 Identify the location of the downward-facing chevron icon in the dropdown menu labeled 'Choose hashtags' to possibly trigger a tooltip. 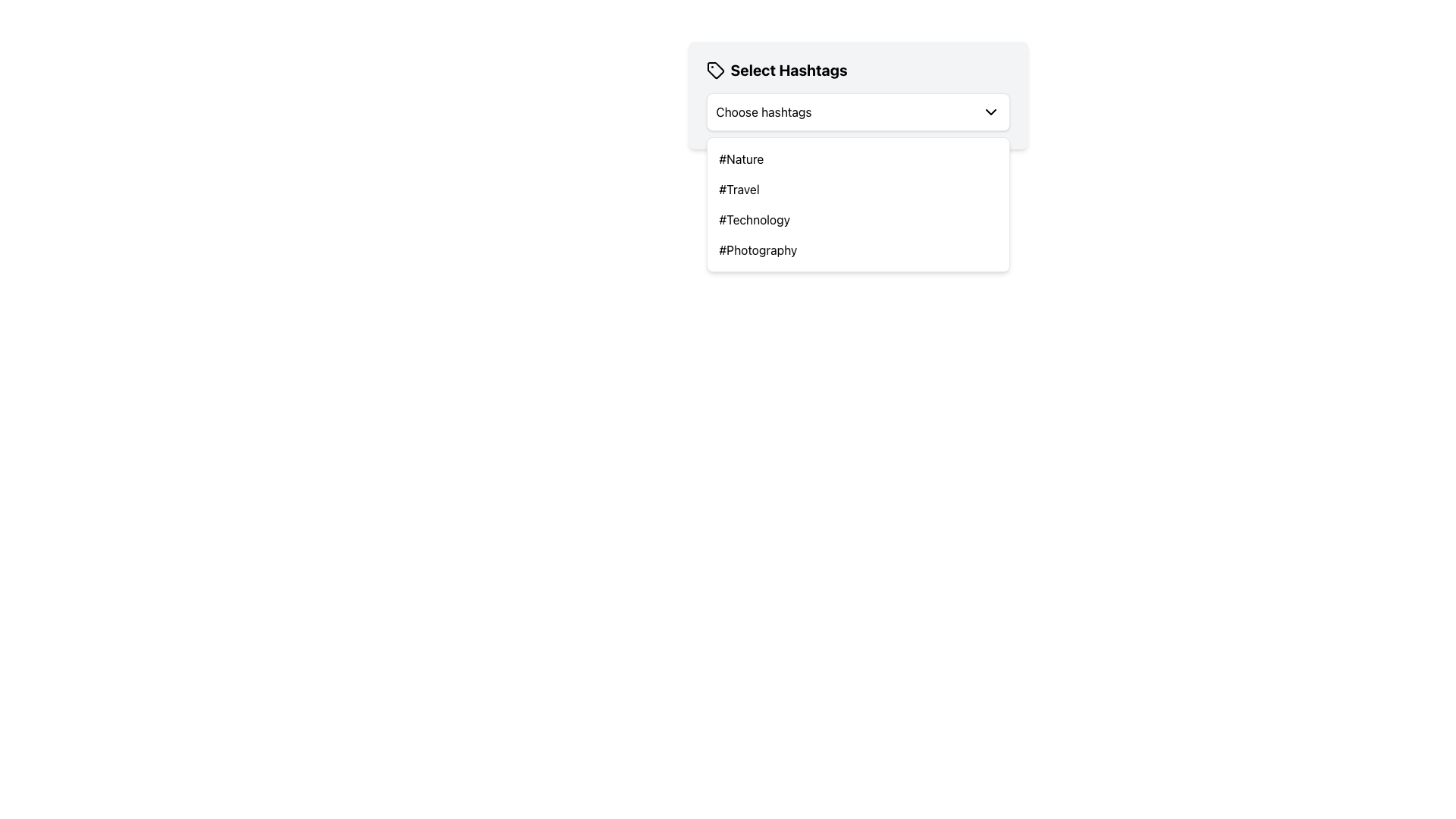
(990, 111).